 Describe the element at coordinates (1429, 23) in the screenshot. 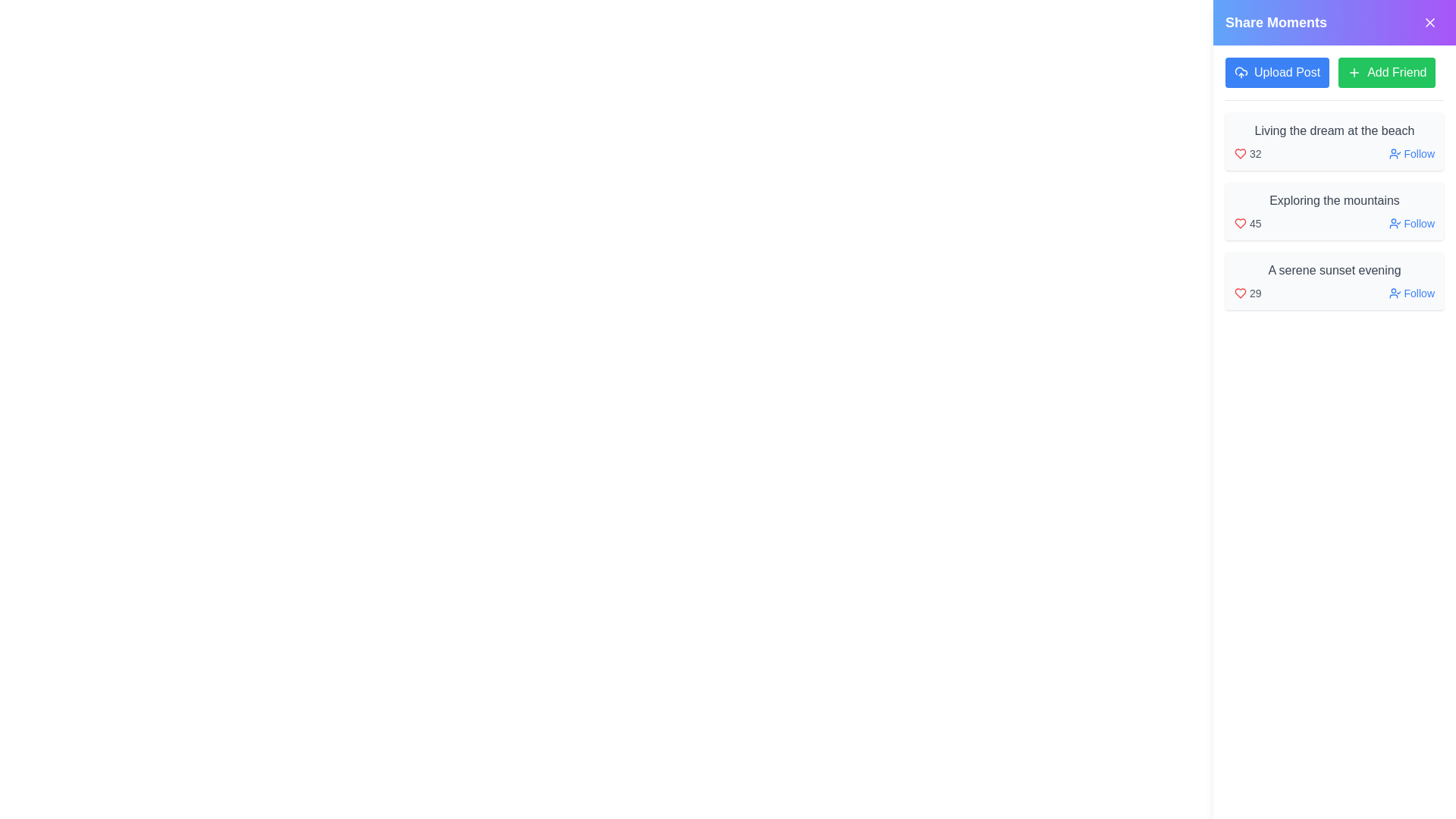

I see `the 'X' icon button located at the top-right corner of the 'Share Moments' panel` at that location.